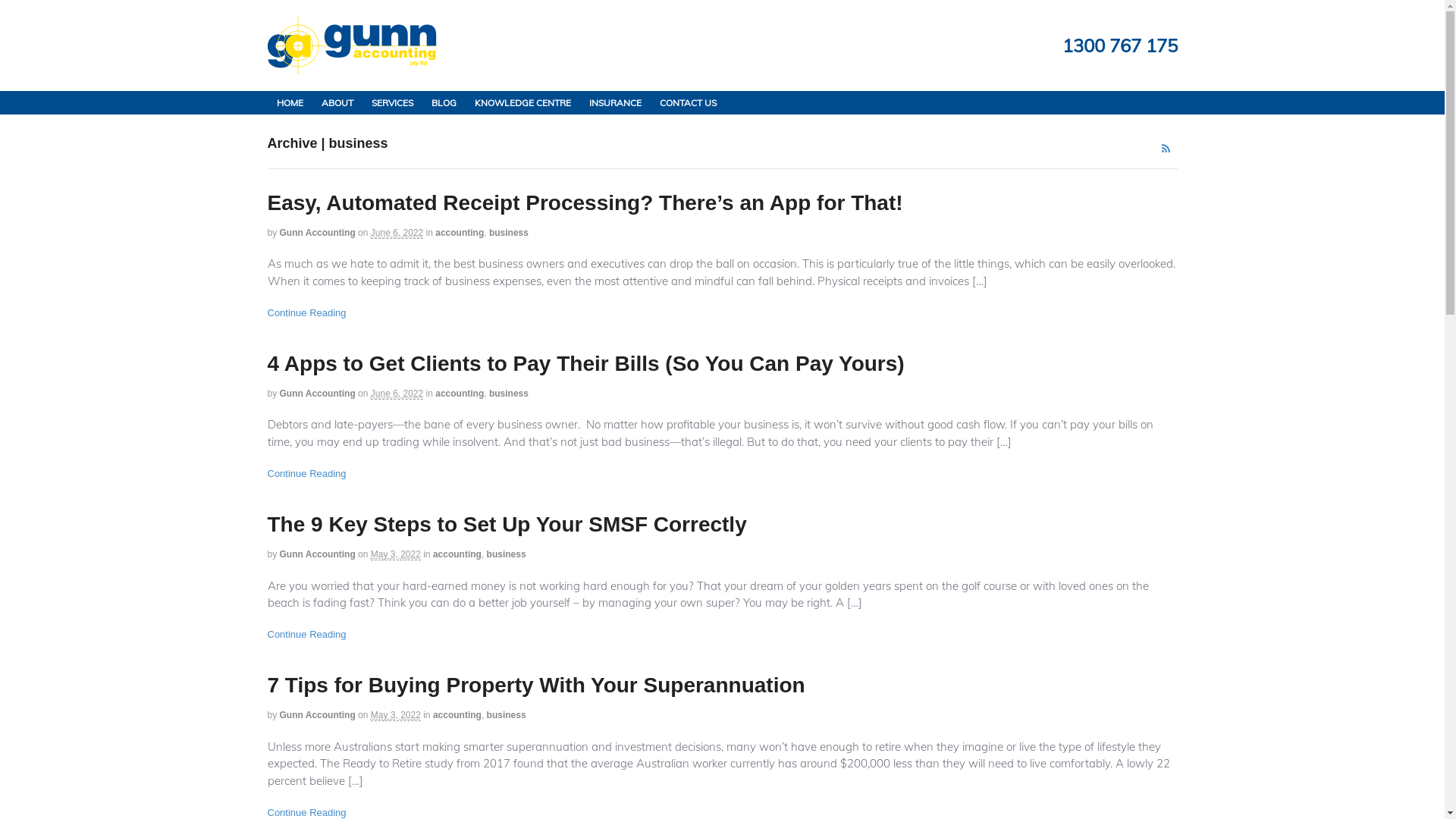 Image resolution: width=1456 pixels, height=819 pixels. What do you see at coordinates (687, 102) in the screenshot?
I see `'CONTACT US'` at bounding box center [687, 102].